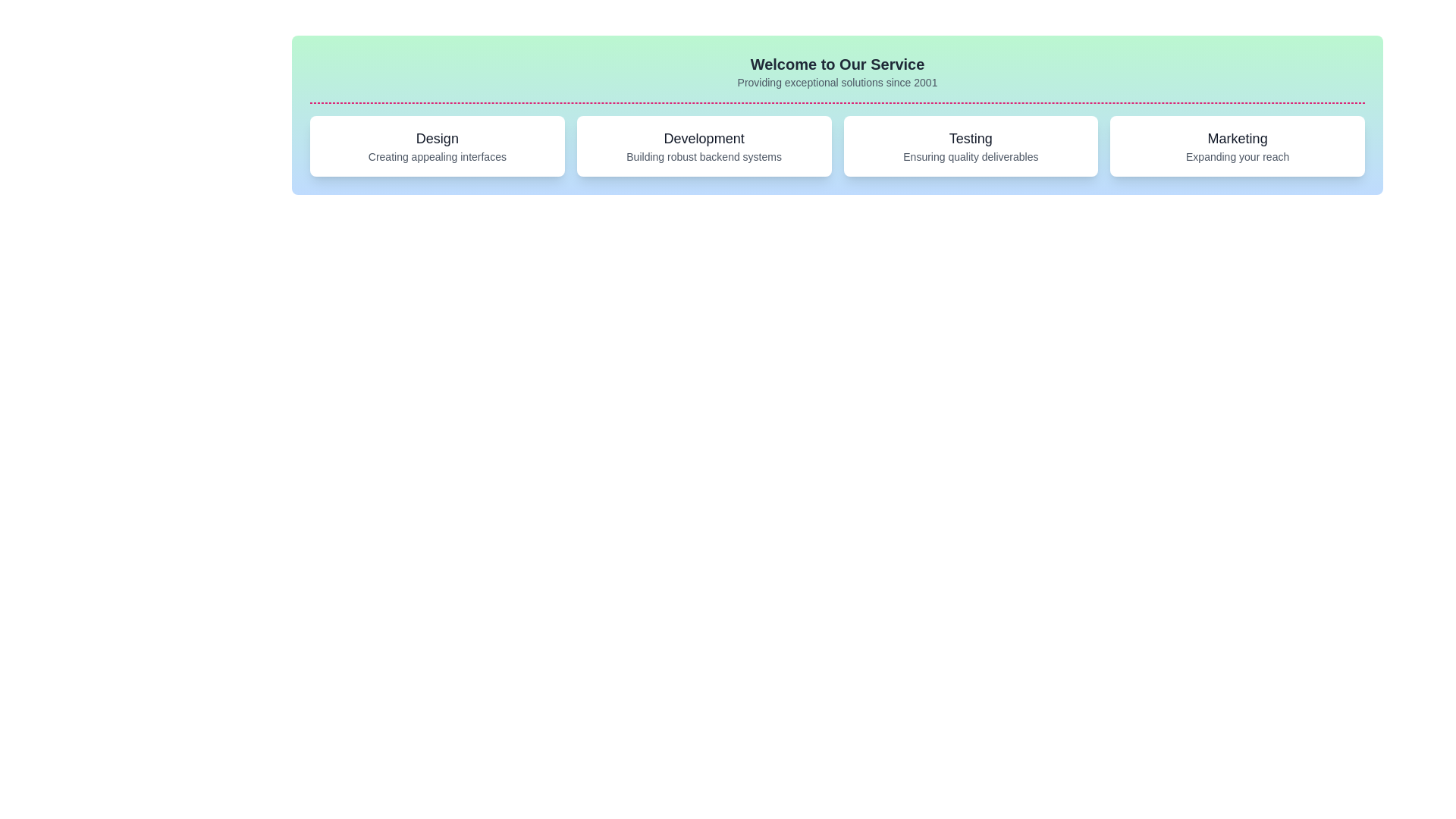  I want to click on text label that says 'Welcome to Our Service', which is styled in bold grayish-black font against a green background, so click(836, 63).